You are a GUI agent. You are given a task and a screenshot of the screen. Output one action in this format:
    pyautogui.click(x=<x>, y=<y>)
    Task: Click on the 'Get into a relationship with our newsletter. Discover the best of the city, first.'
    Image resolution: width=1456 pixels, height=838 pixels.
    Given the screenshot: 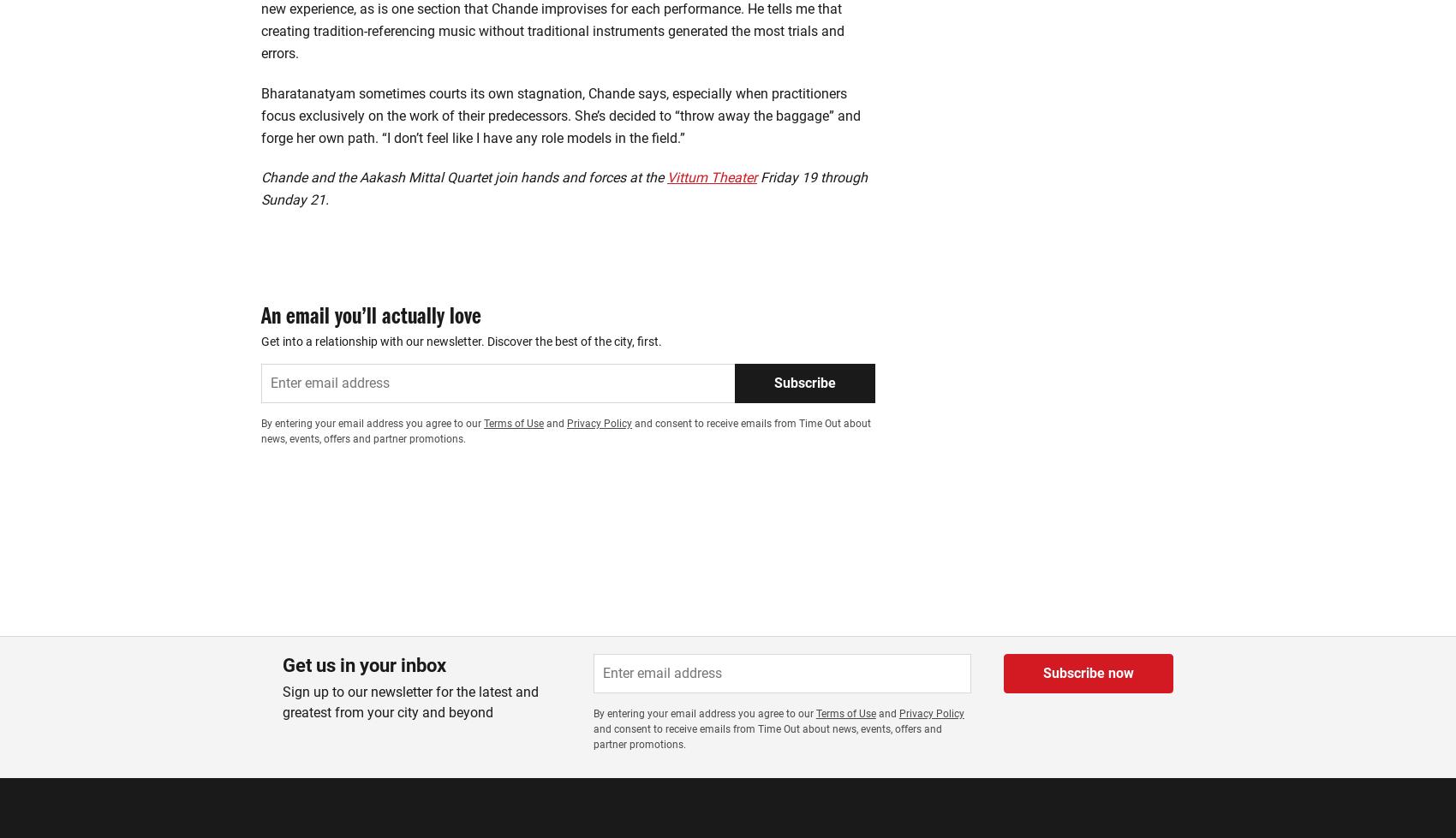 What is the action you would take?
    pyautogui.click(x=461, y=263)
    